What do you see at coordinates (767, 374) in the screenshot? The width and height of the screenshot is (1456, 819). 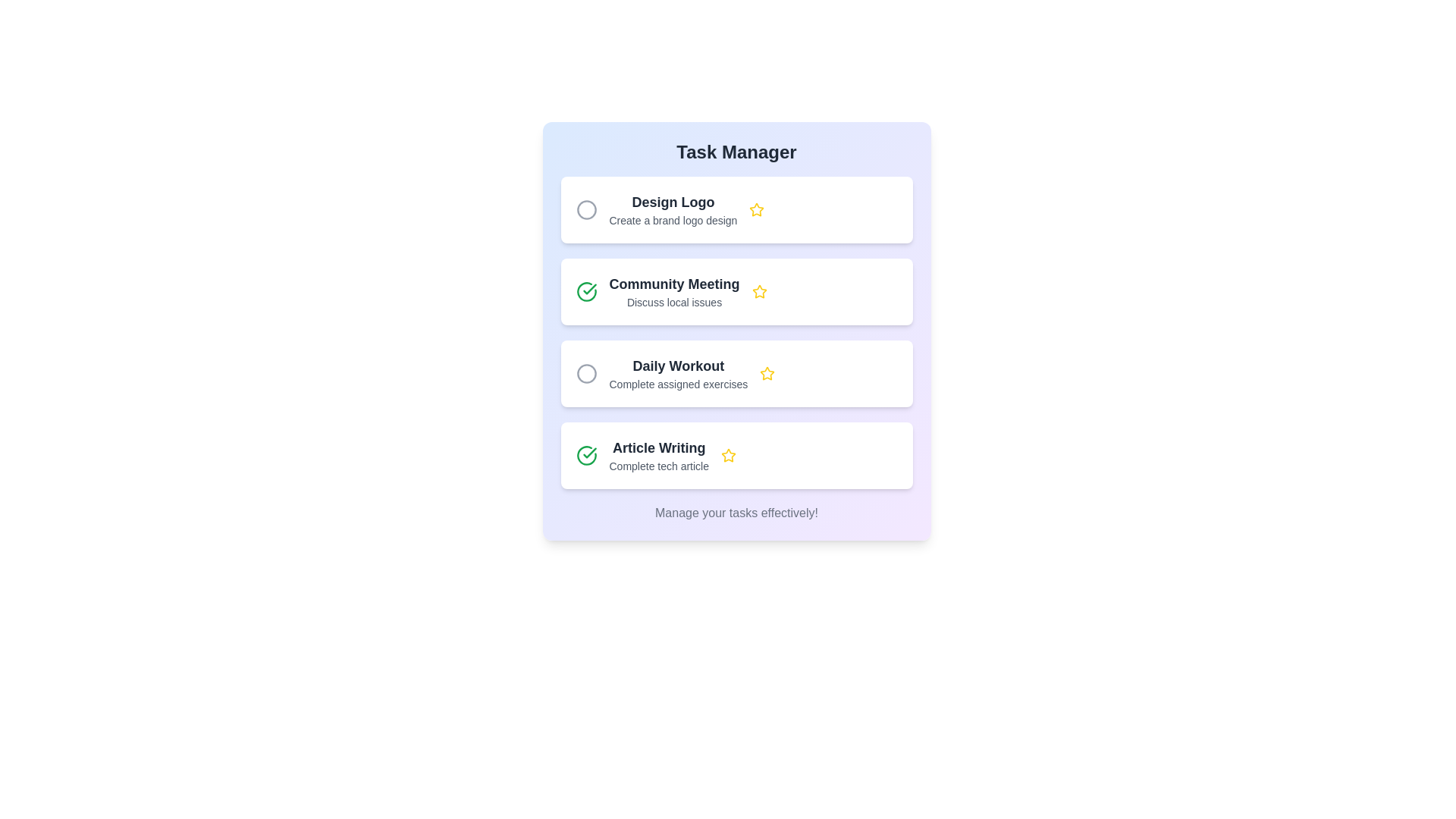 I see `the star icon next to the task Daily Workout` at bounding box center [767, 374].